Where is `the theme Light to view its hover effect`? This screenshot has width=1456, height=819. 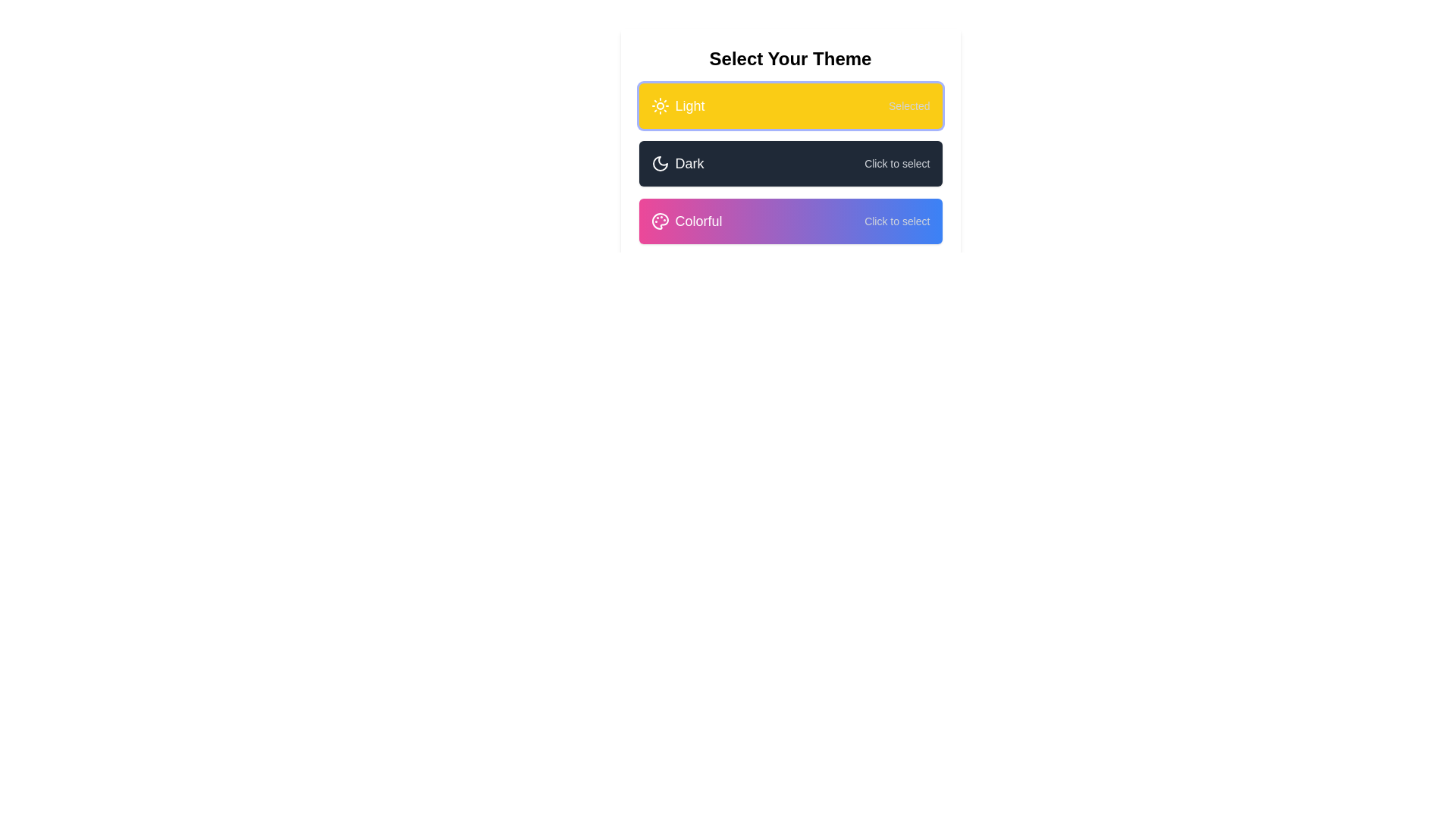
the theme Light to view its hover effect is located at coordinates (789, 105).